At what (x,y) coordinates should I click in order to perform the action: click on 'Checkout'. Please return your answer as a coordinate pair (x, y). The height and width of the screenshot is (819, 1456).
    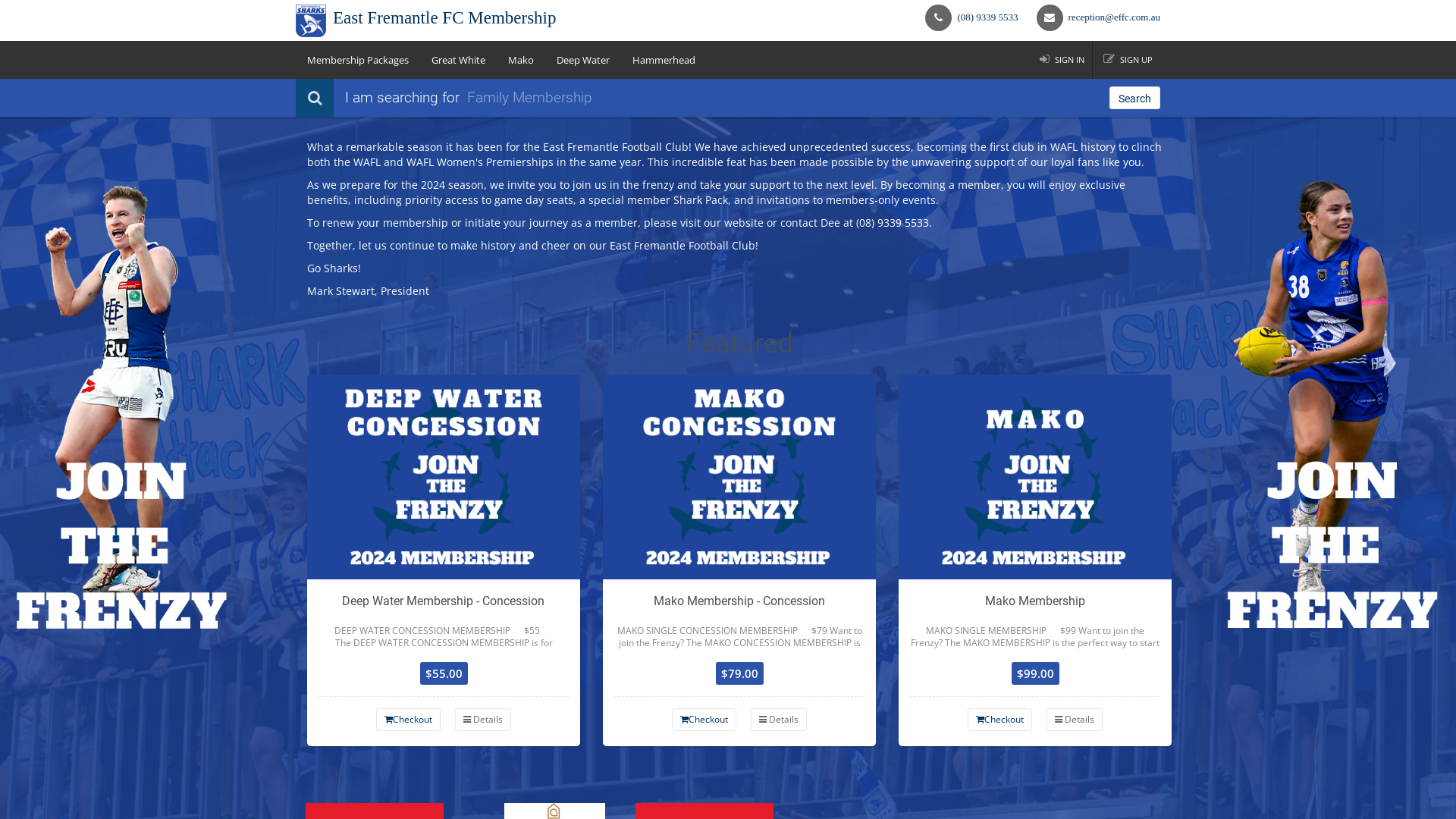
    Looking at the image, I should click on (703, 718).